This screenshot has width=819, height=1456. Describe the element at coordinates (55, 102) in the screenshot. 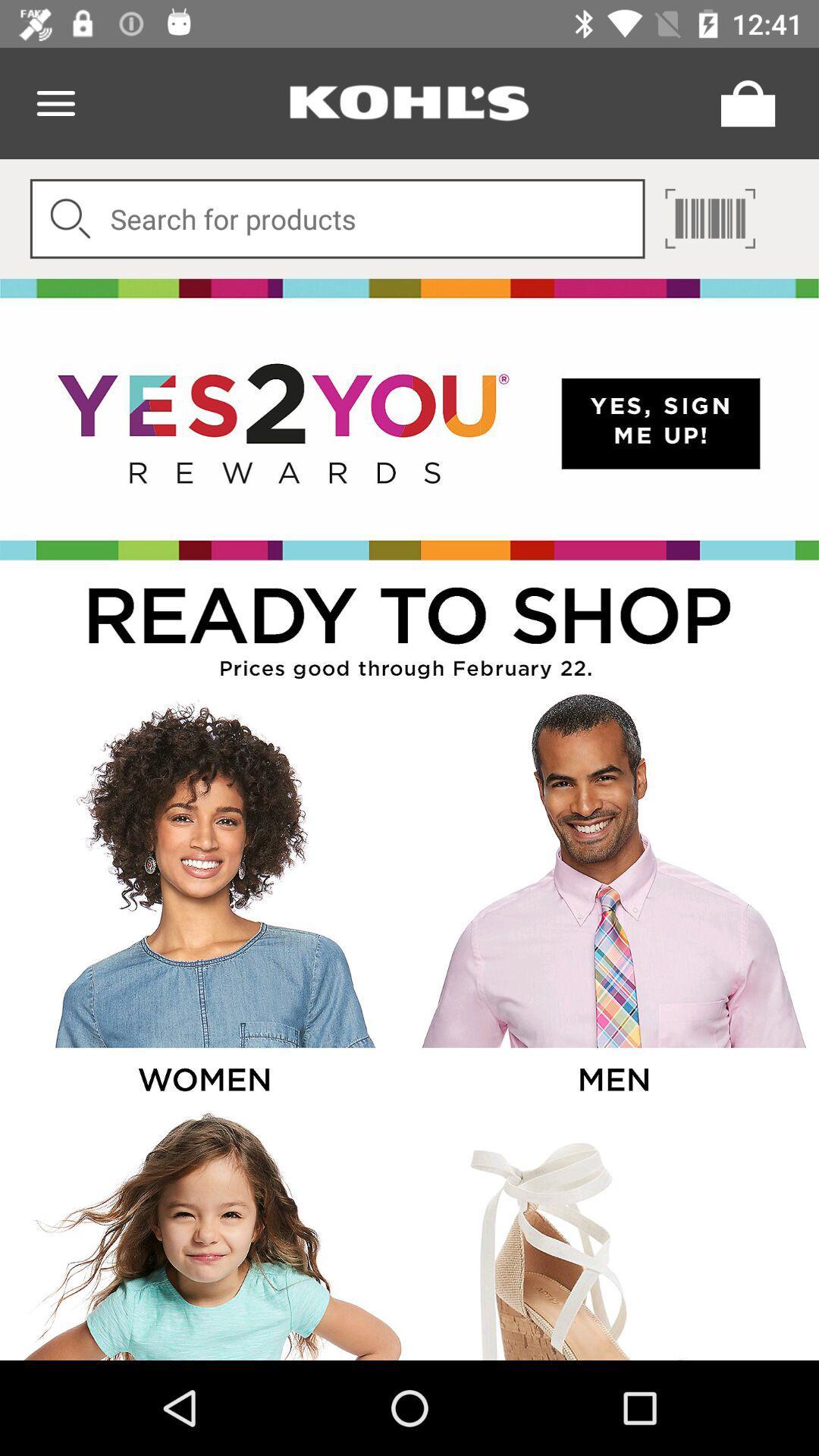

I see `menu icon` at that location.